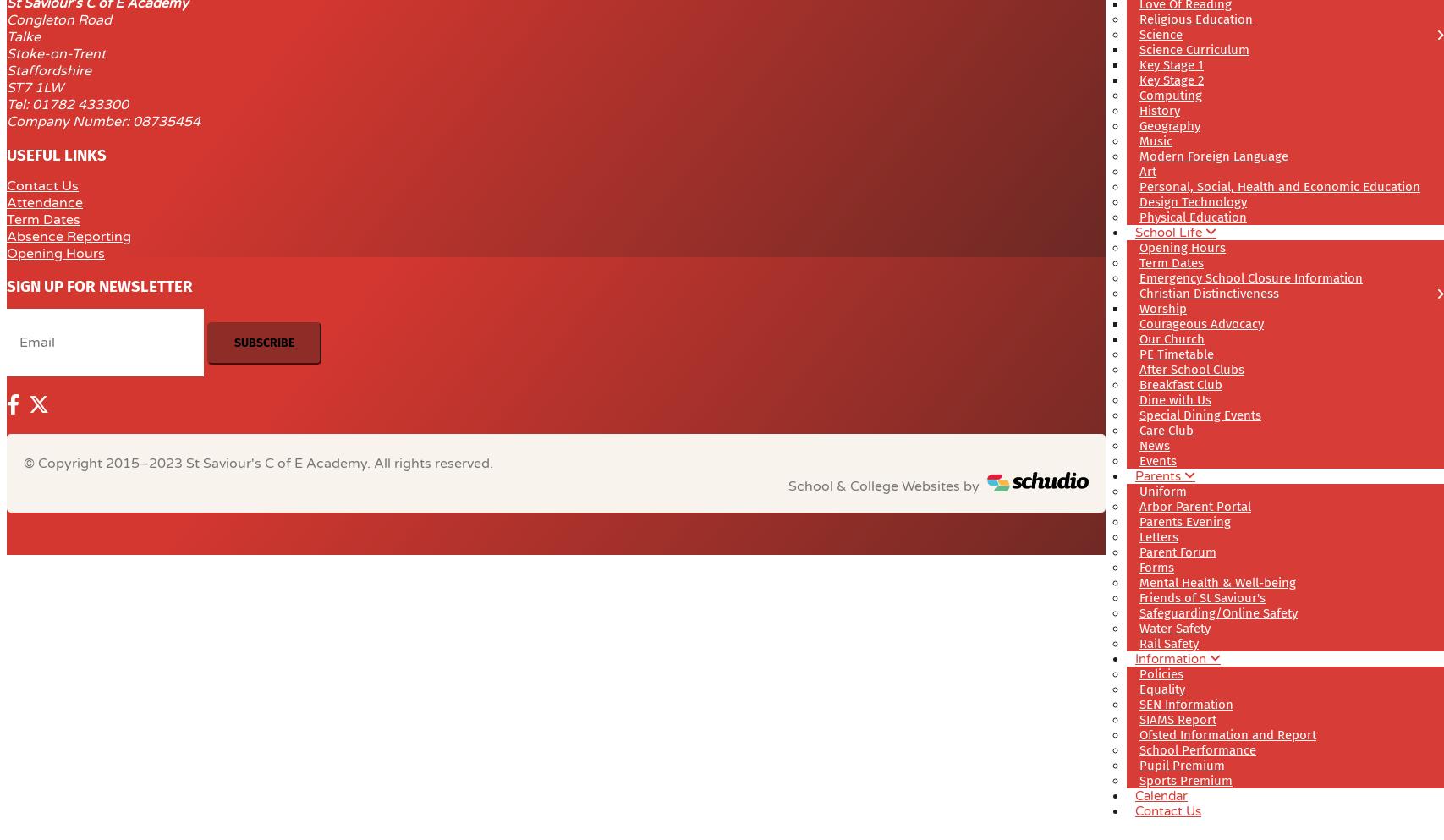 The width and height of the screenshot is (1444, 840). I want to click on 'Attendance', so click(44, 201).